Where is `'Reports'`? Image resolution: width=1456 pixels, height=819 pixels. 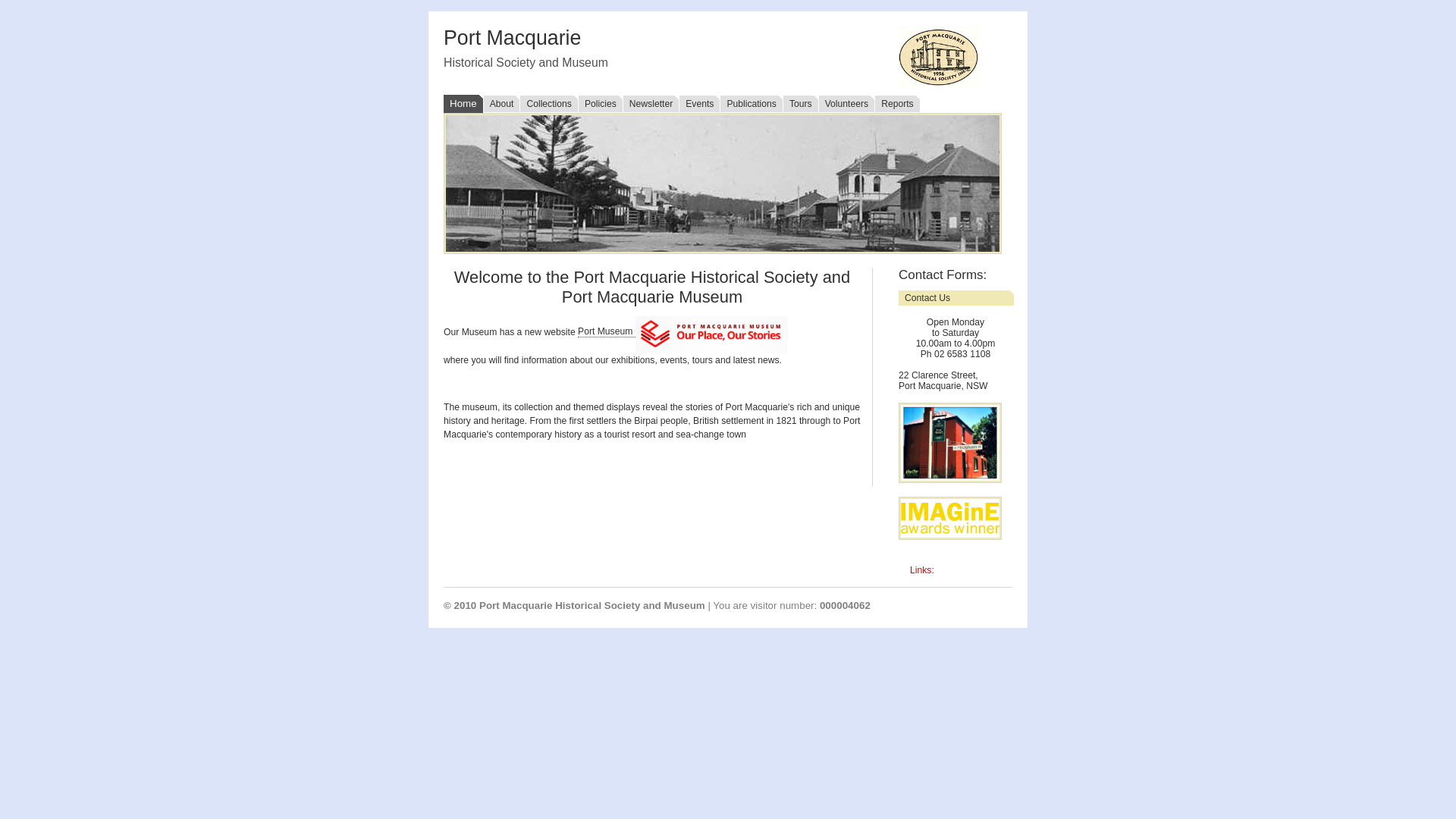
'Reports' is located at coordinates (896, 103).